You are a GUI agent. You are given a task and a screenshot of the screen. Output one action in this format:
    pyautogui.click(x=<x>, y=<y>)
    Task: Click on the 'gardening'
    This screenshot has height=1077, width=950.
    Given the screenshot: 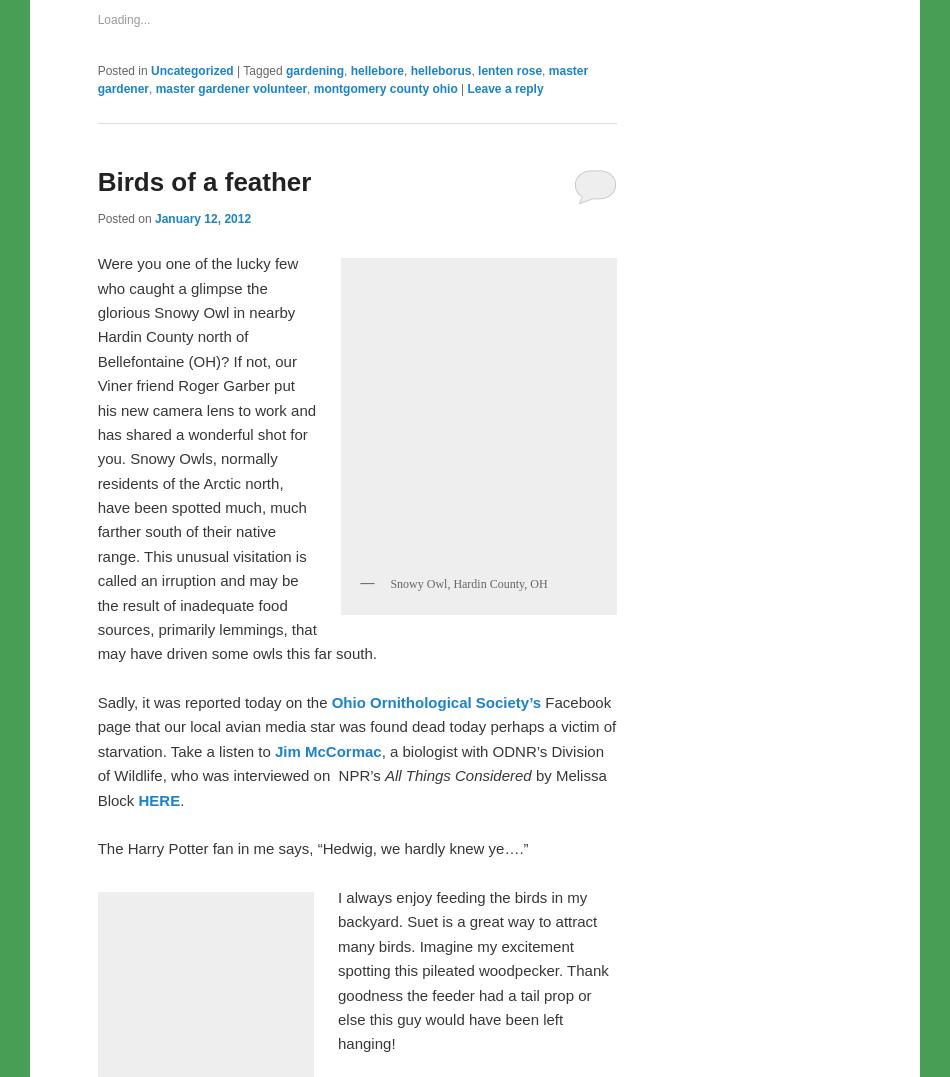 What is the action you would take?
    pyautogui.click(x=314, y=490)
    